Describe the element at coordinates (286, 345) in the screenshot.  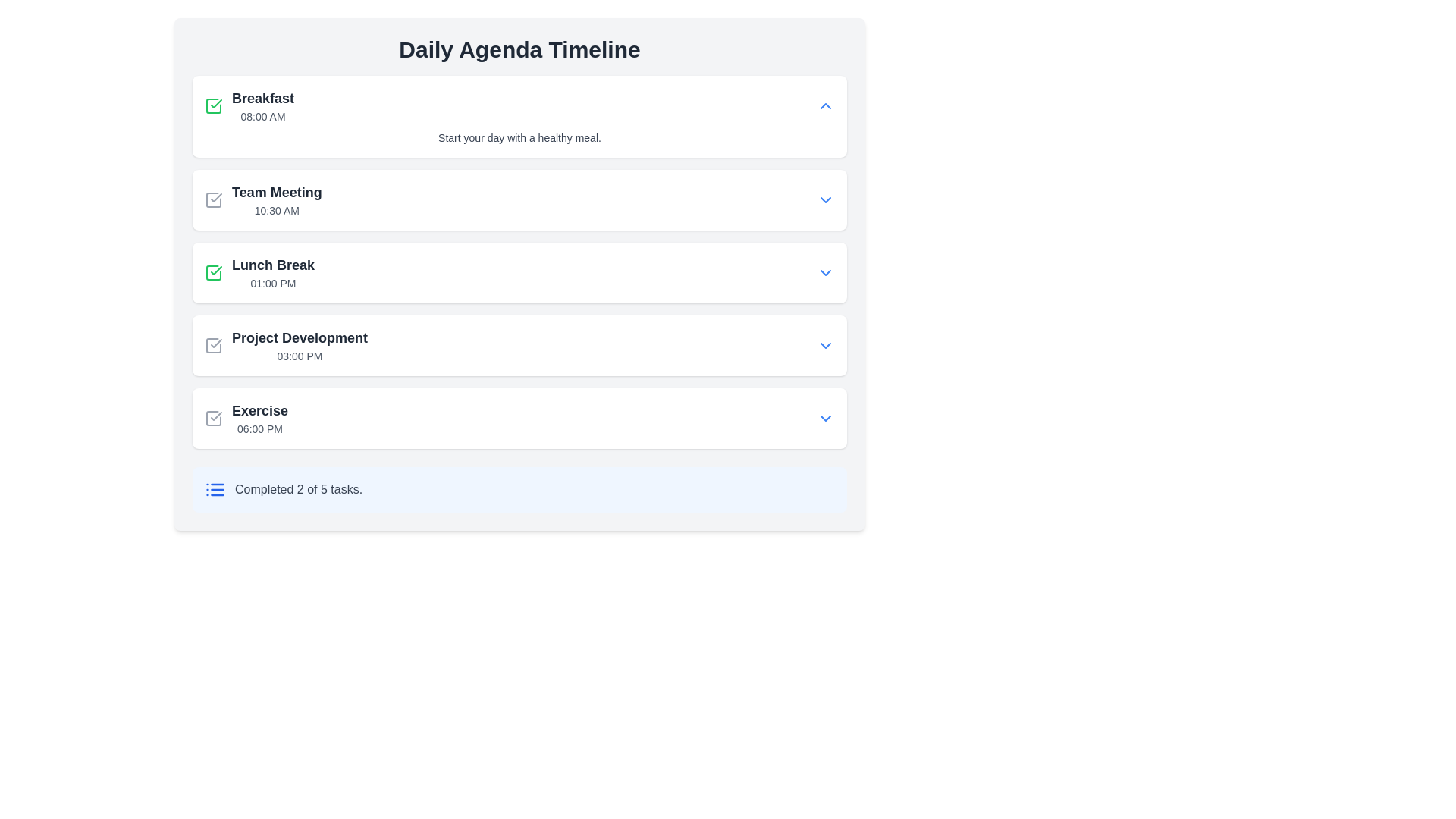
I see `the 'Project Development' task item` at that location.